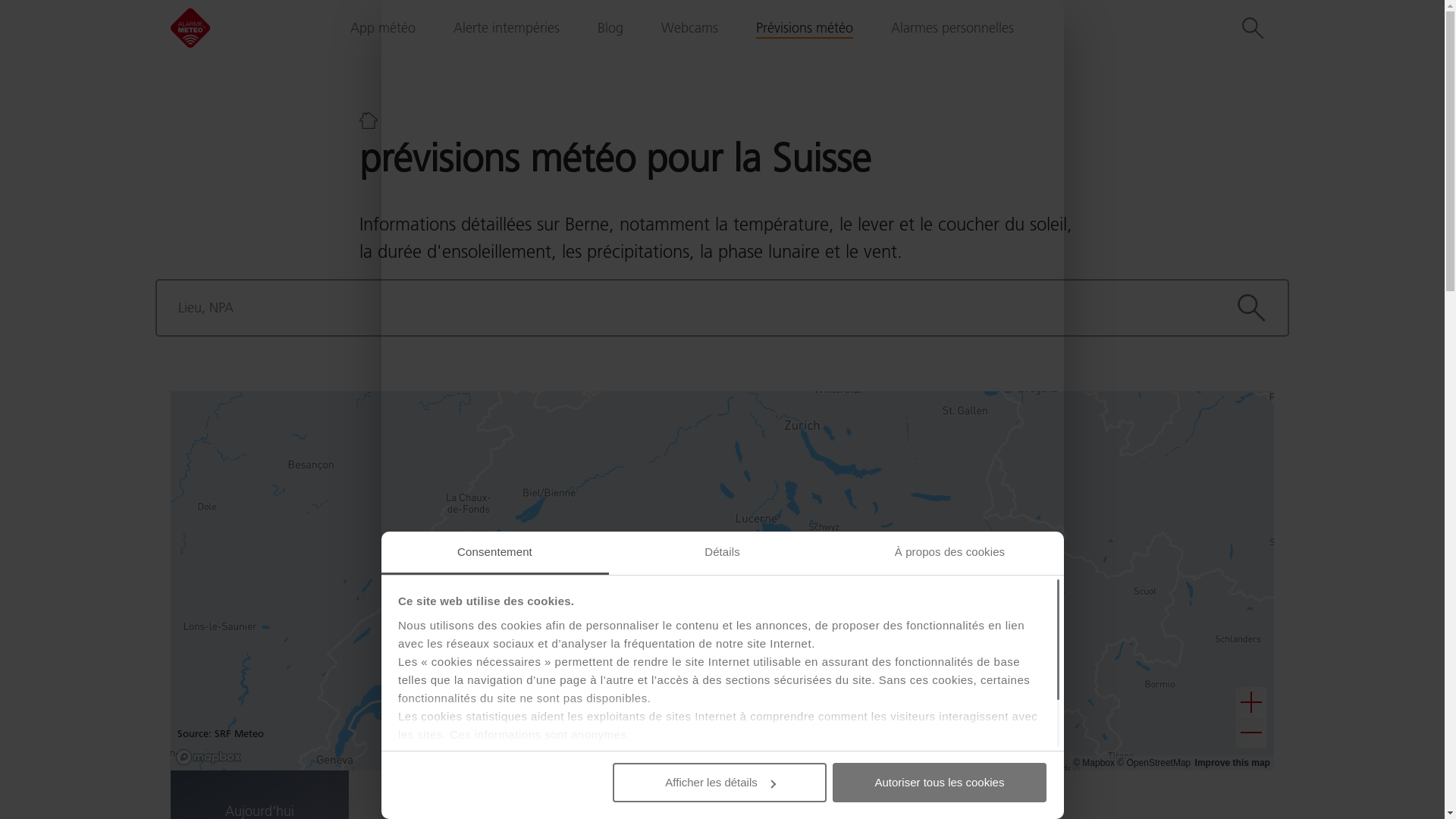 This screenshot has height=819, width=1456. I want to click on 'Zoom in', so click(1236, 701).